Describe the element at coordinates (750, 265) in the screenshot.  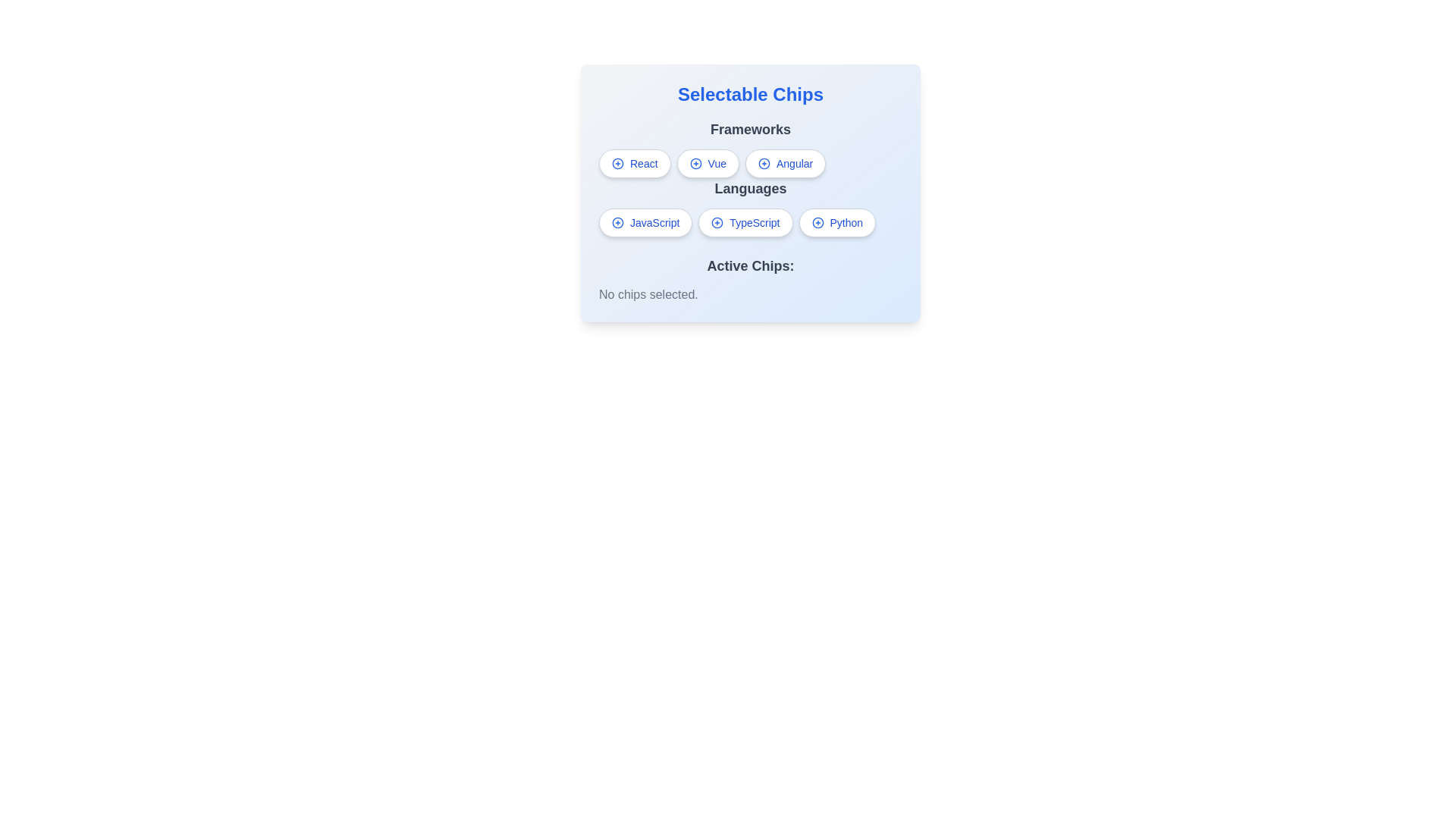
I see `the static text label that displays 'Active Chips:' which is styled in a bold, larger font and appears in a grayish tone, serving as a heading for active chip selections` at that location.